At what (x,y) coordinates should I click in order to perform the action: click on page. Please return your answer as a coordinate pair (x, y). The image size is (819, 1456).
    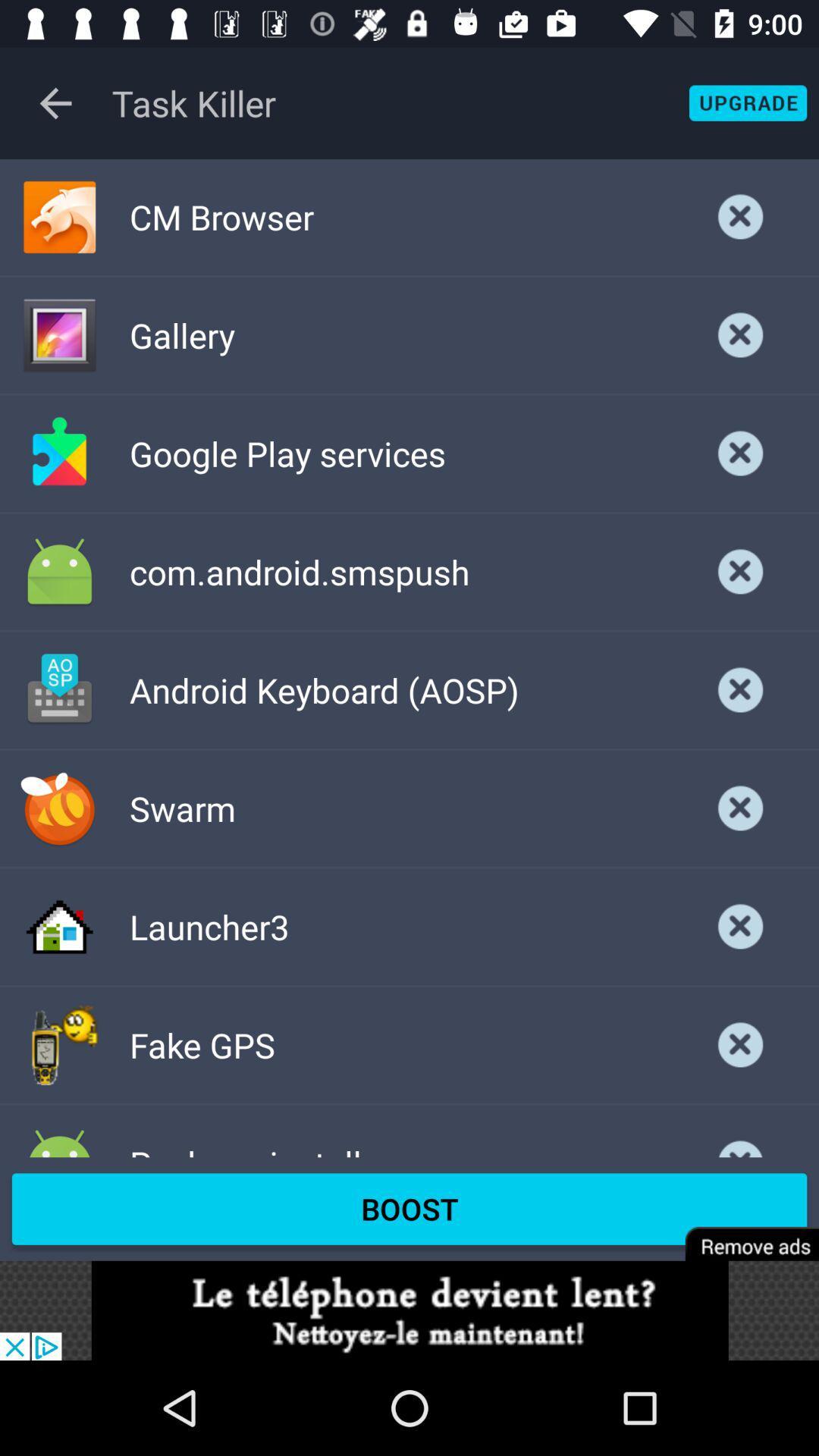
    Looking at the image, I should click on (740, 689).